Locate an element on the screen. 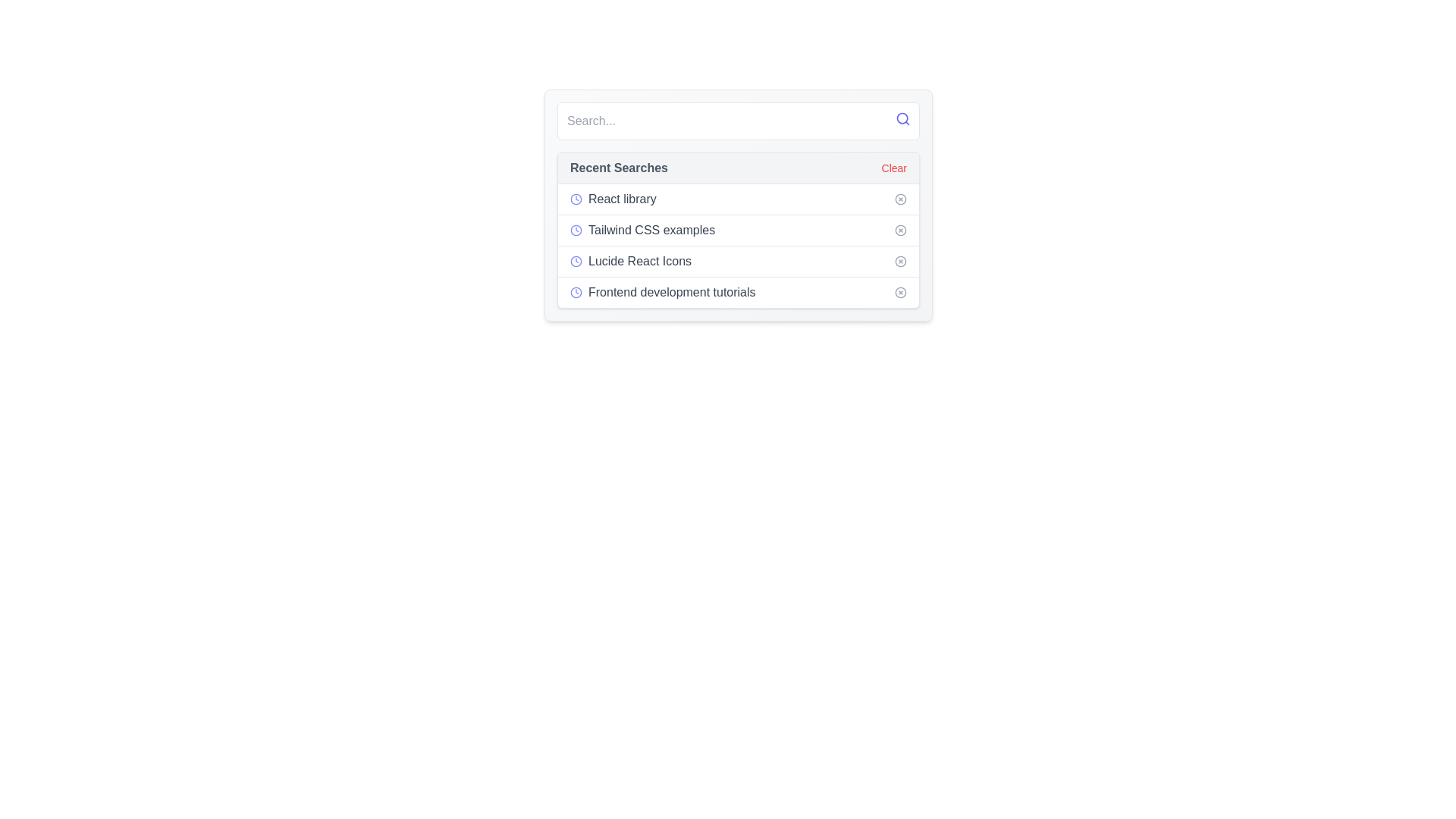 The image size is (1456, 819). the appearance of the SVG circle icon associated with 'Lucide React Icons' located in the 'Recent Searches' list, positioned to the left of the text label is located at coordinates (575, 260).